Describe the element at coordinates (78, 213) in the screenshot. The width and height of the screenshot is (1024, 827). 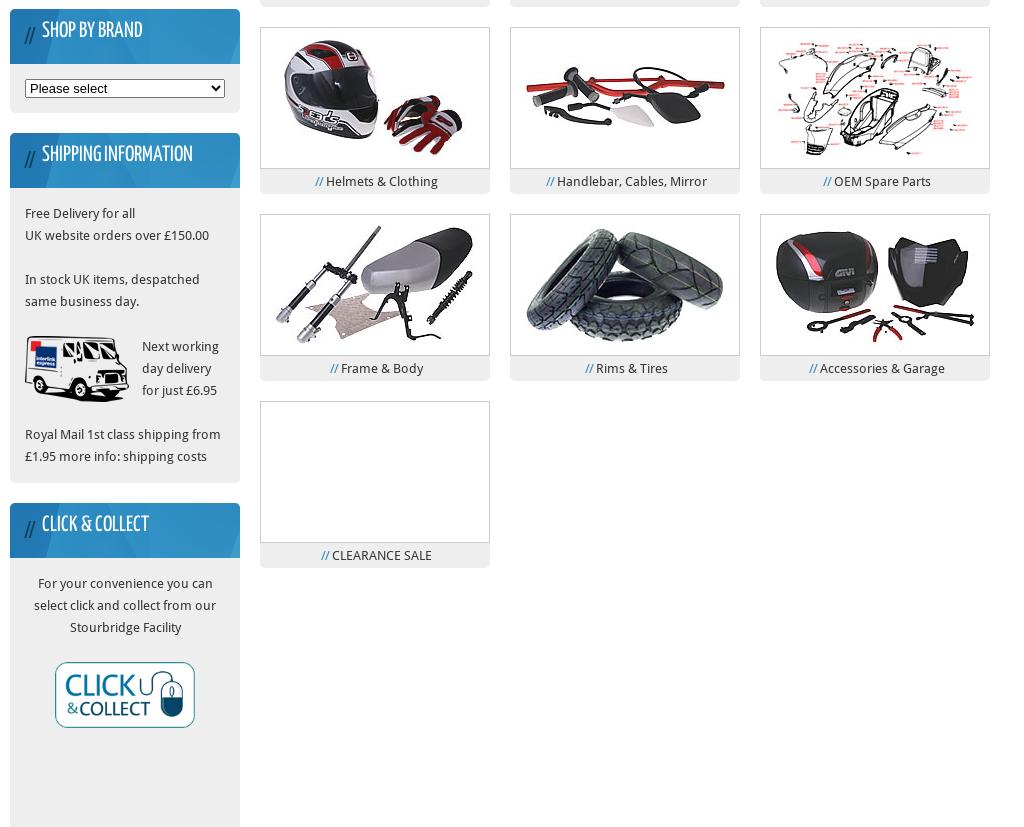
I see `'Free Delivery for all'` at that location.